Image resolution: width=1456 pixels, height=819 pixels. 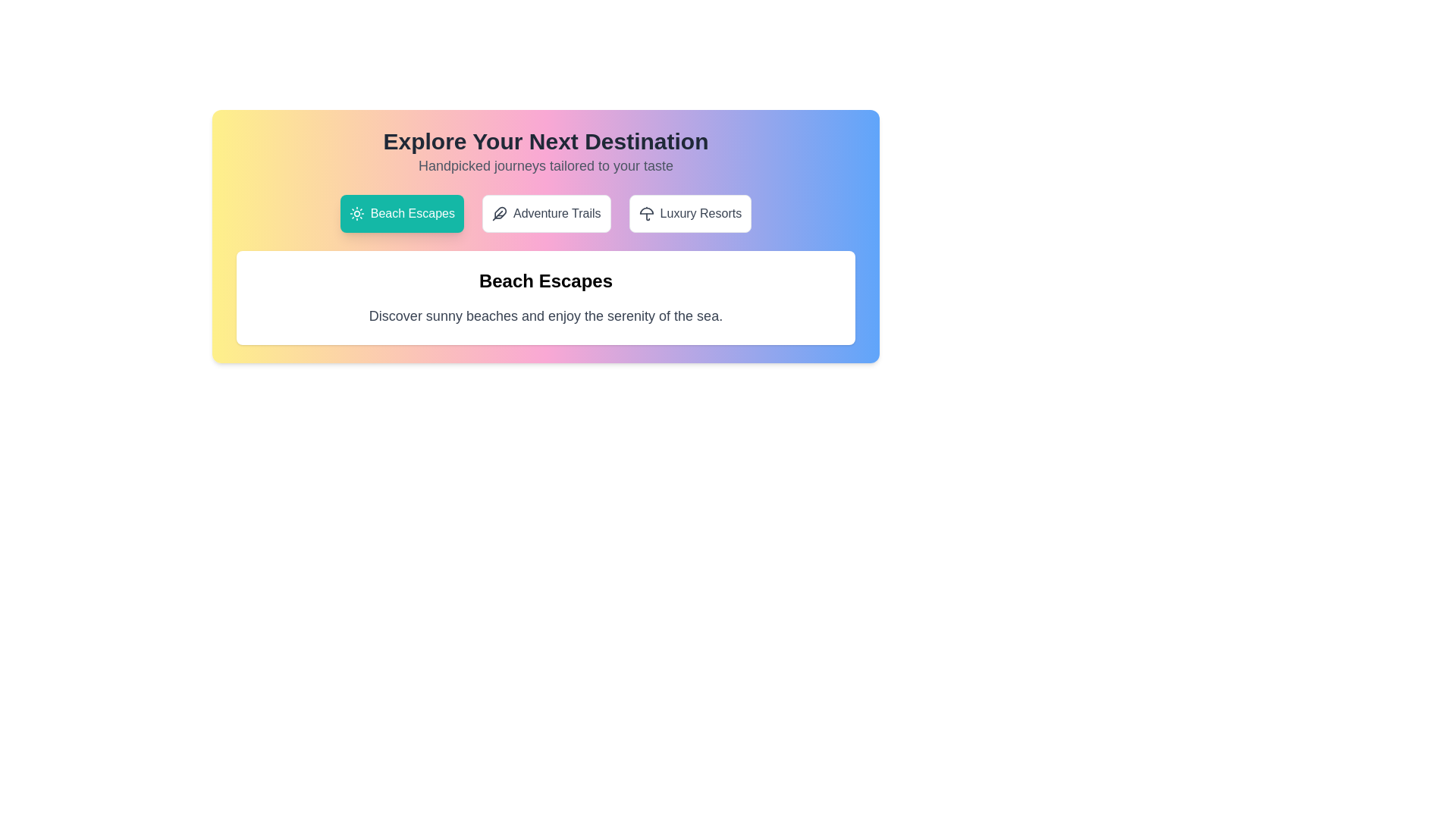 What do you see at coordinates (546, 213) in the screenshot?
I see `the tab corresponding to Adventure Trails to view its content` at bounding box center [546, 213].